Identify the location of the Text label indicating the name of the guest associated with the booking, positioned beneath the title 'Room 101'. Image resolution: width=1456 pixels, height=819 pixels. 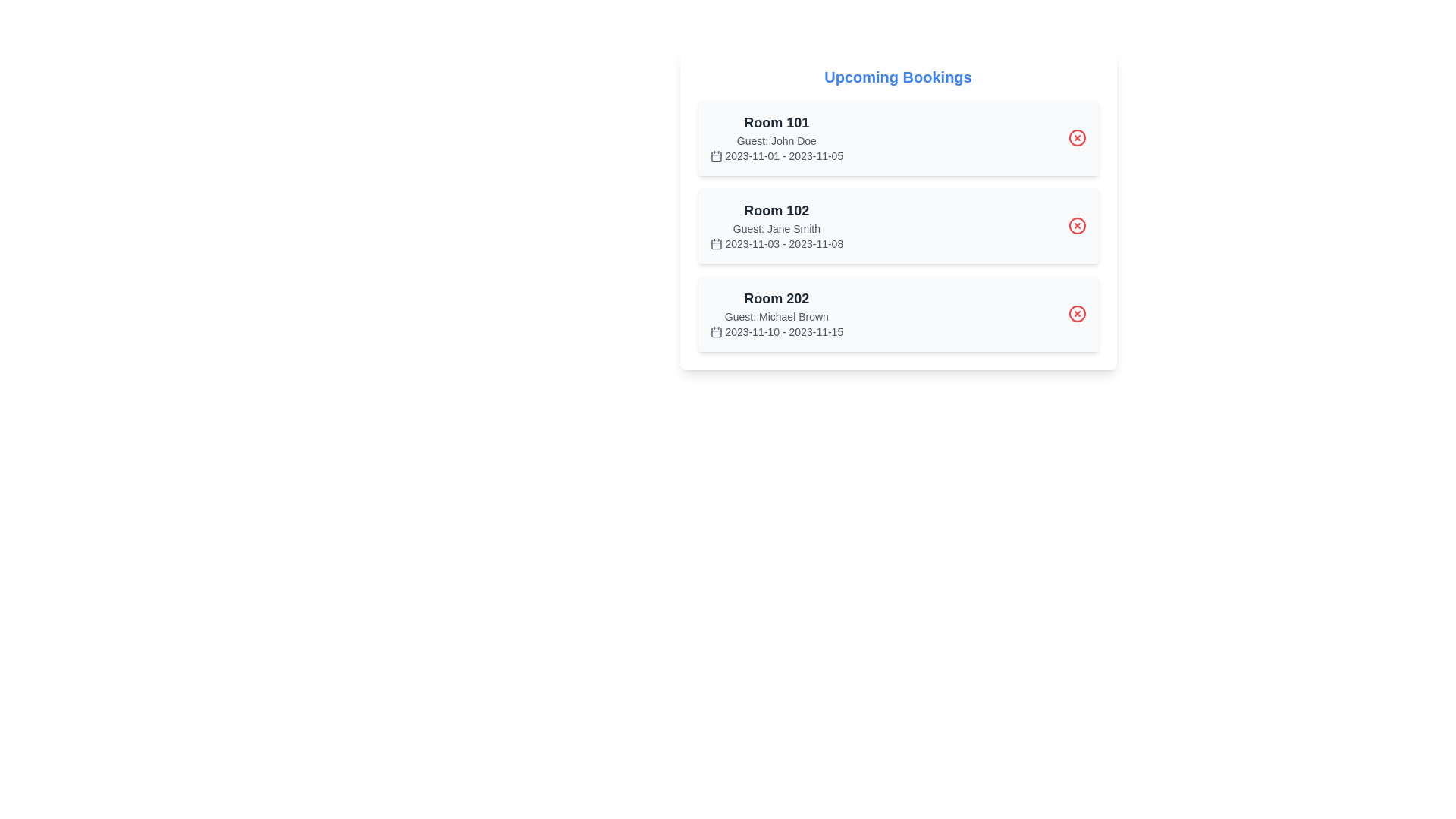
(777, 140).